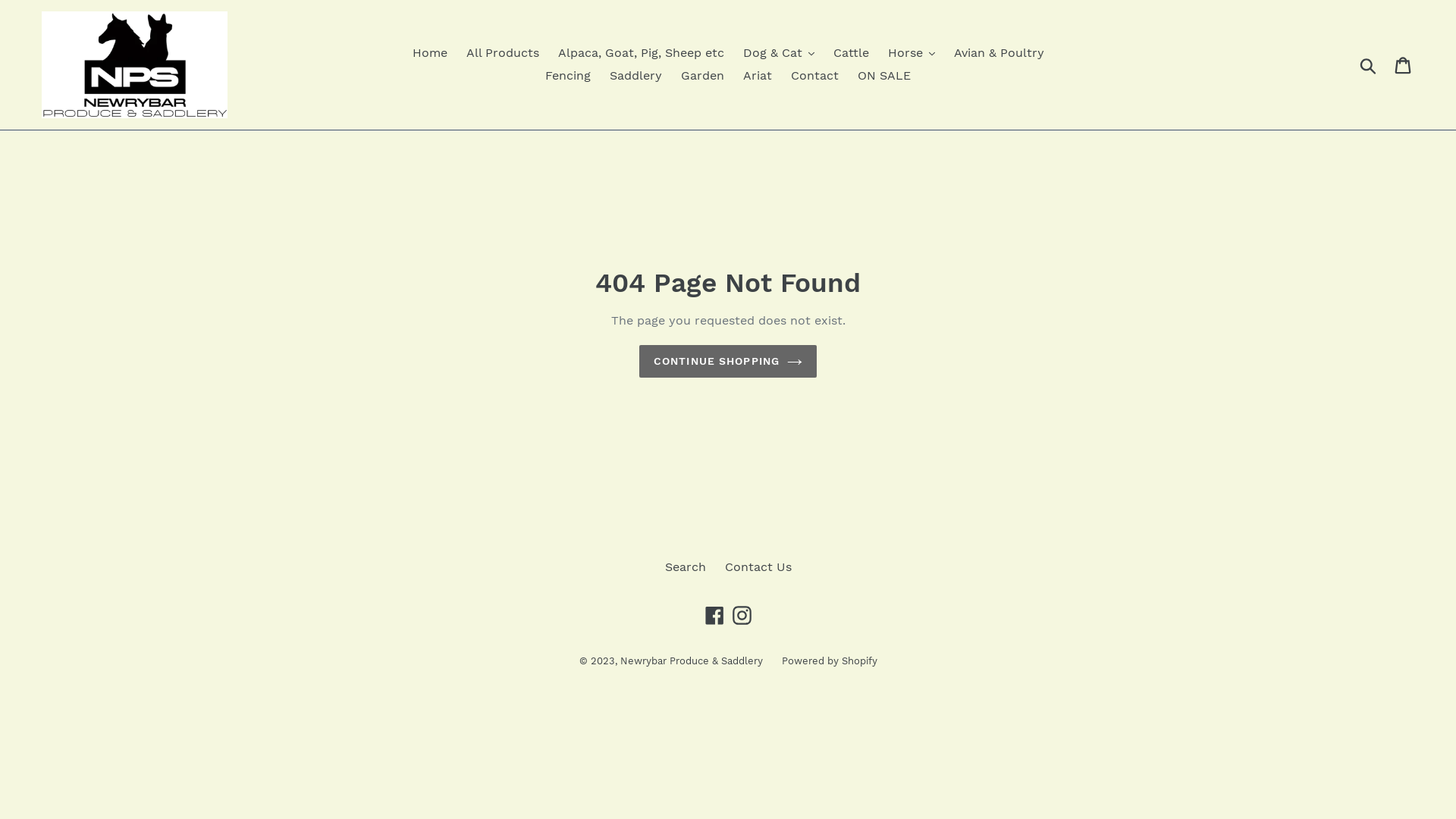  What do you see at coordinates (850, 52) in the screenshot?
I see `'Cattle'` at bounding box center [850, 52].